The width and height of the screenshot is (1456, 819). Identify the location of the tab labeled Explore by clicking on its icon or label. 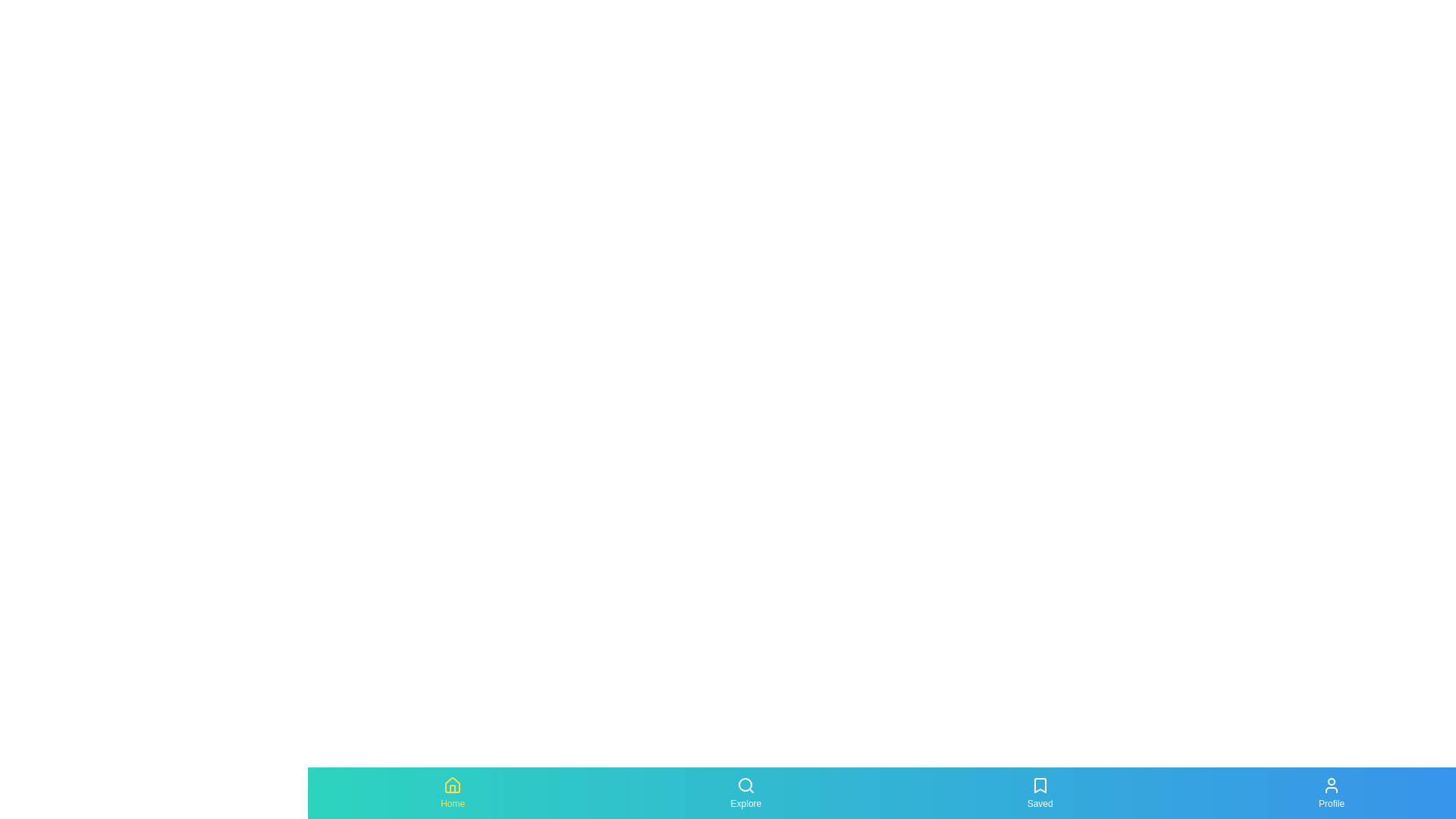
(745, 792).